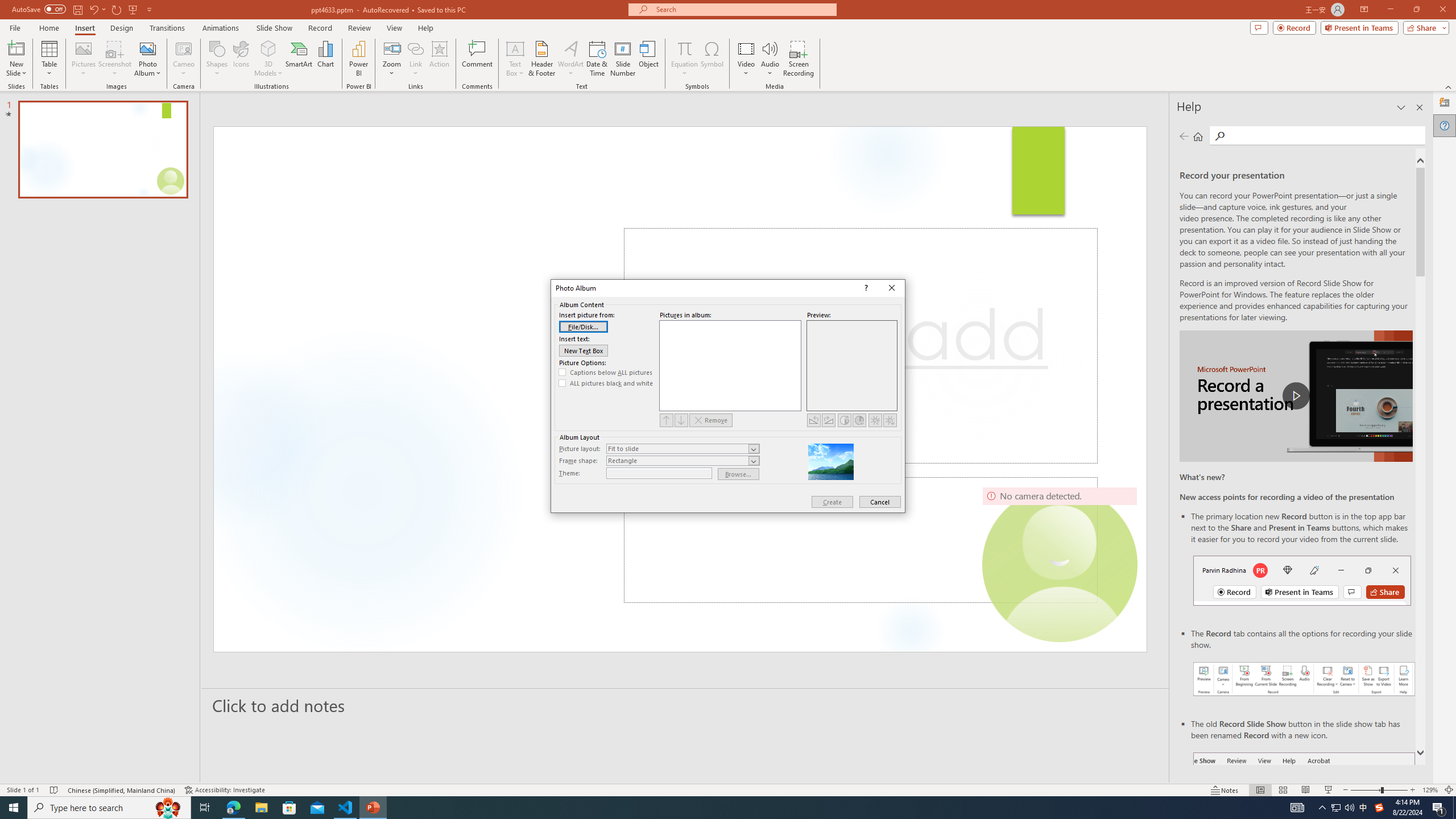 The height and width of the screenshot is (819, 1456). I want to click on 'Chart...', so click(325, 59).